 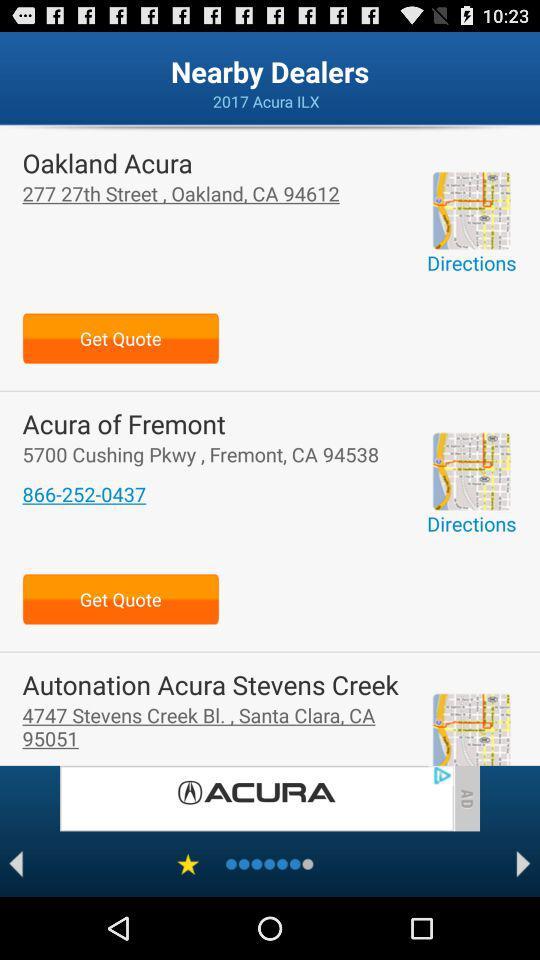 I want to click on zoom in to directions, so click(x=471, y=471).